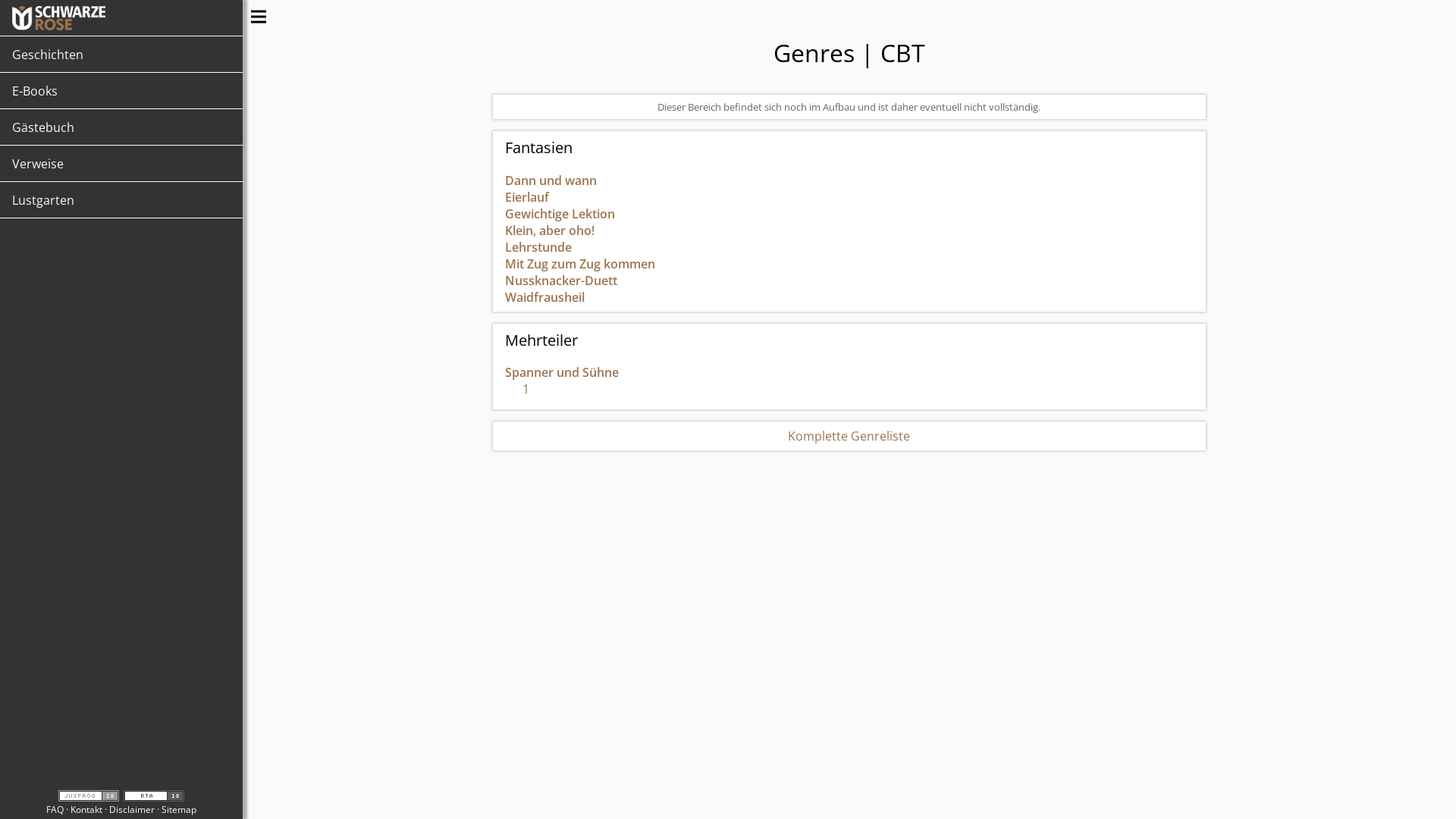  What do you see at coordinates (87, 795) in the screenshot?
I see `'Jugendschutzprogramm'` at bounding box center [87, 795].